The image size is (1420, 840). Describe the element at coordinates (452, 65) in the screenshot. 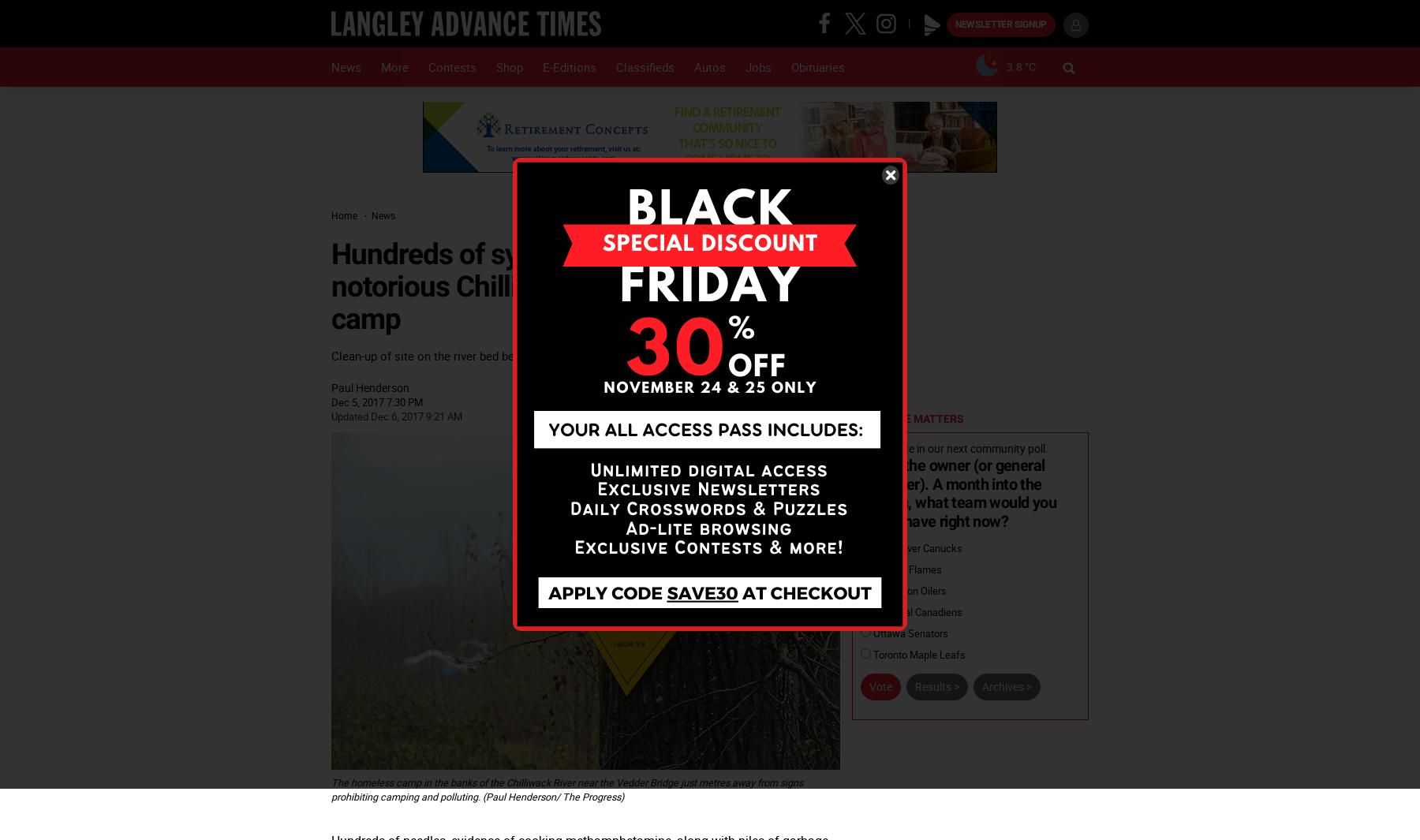

I see `'Contests'` at that location.